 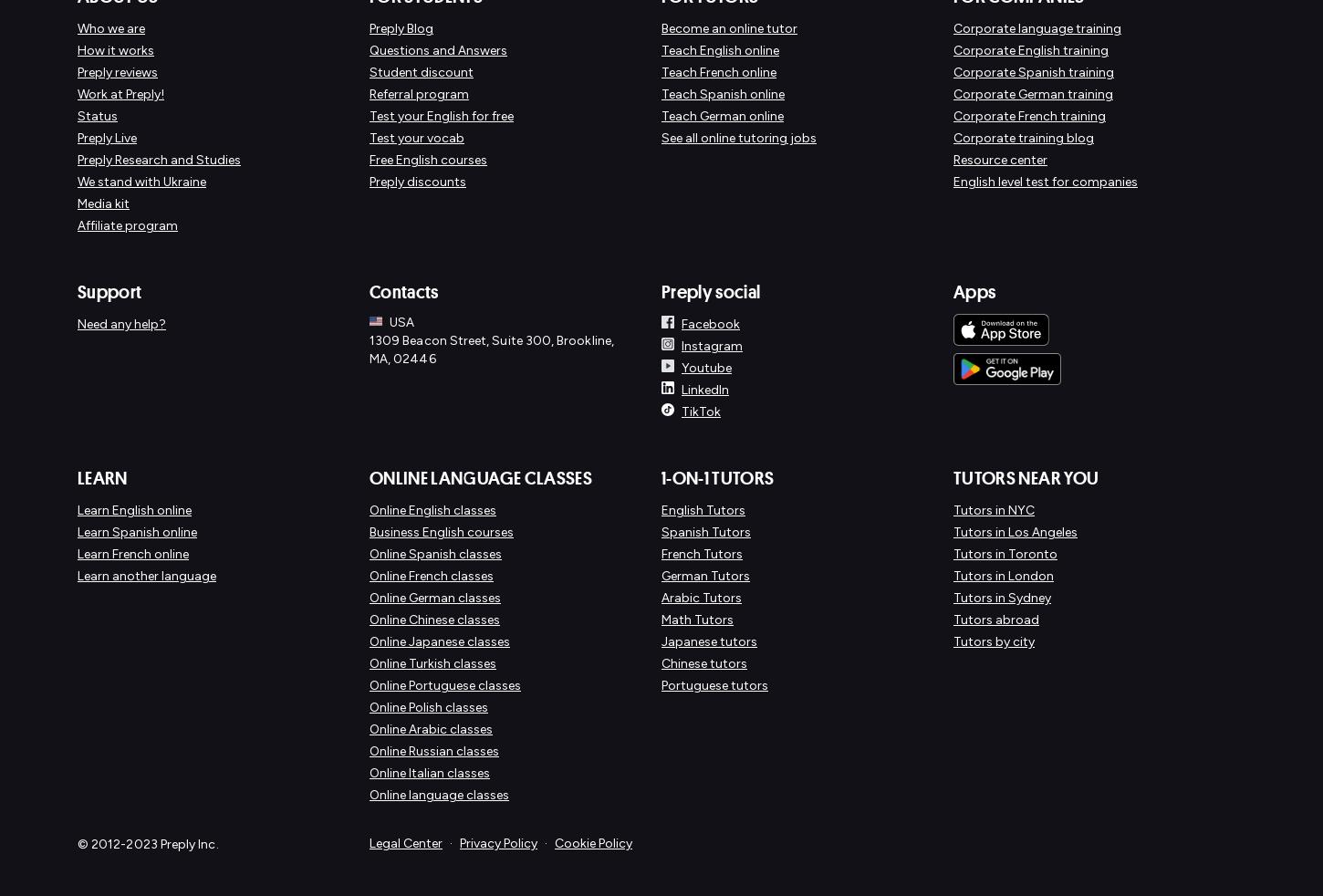 I want to click on '© 2012-2023 Preply Inc.', so click(x=146, y=844).